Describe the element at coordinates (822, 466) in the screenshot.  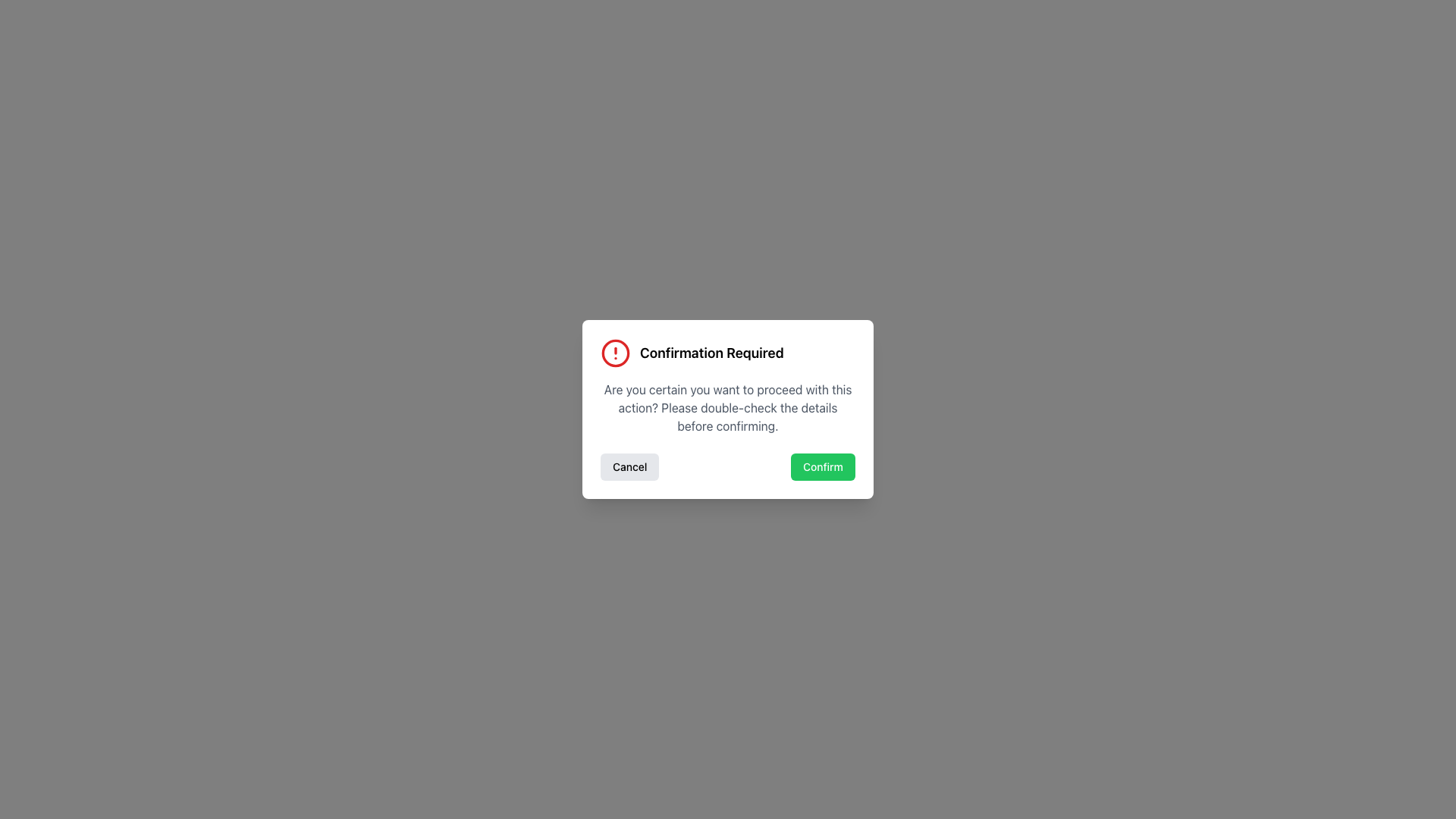
I see `the 'Confirm' button located at the bottom-right of the modal window to proceed with the operation` at that location.